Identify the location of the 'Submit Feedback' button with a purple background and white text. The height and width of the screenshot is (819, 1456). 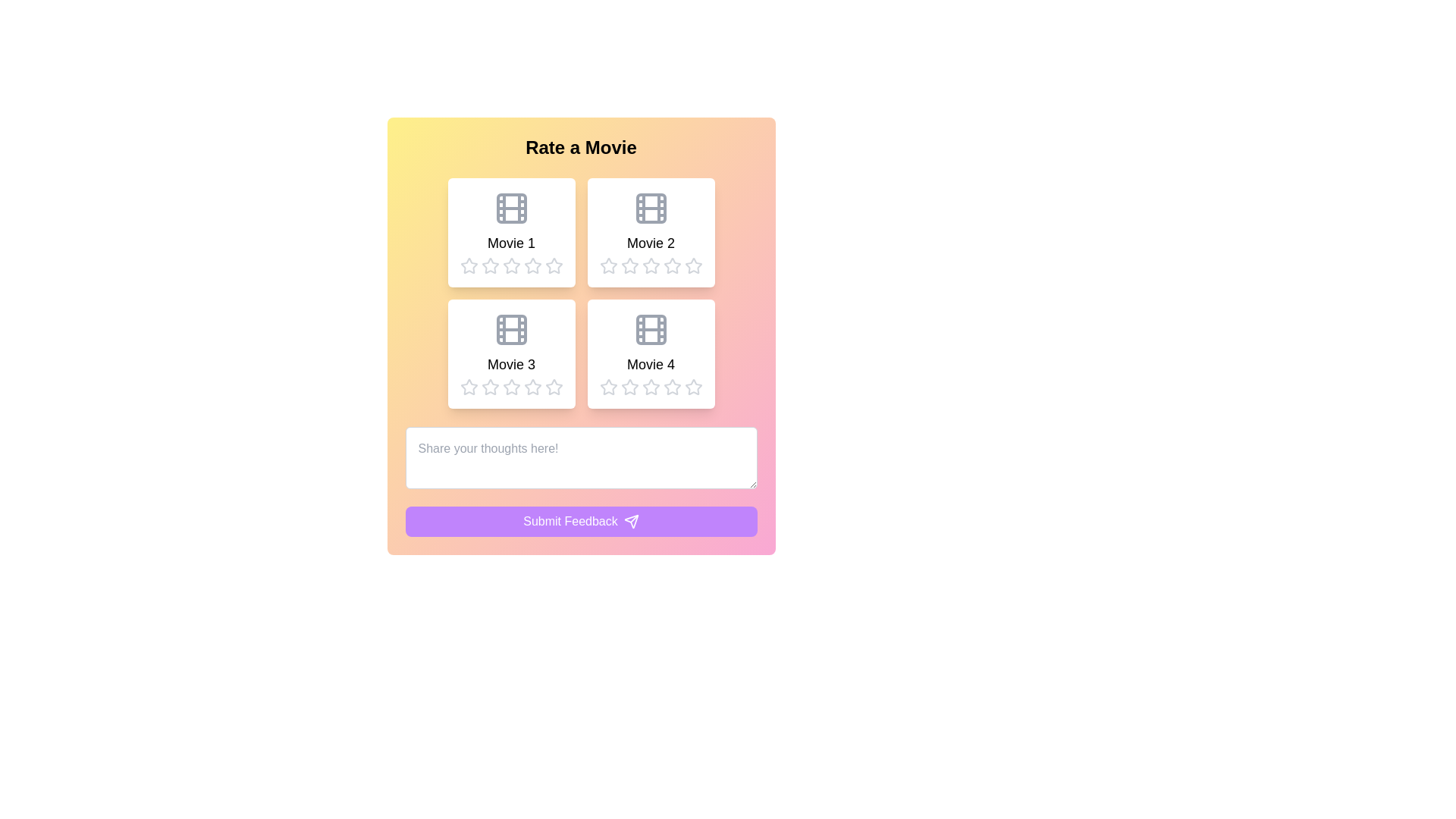
(580, 520).